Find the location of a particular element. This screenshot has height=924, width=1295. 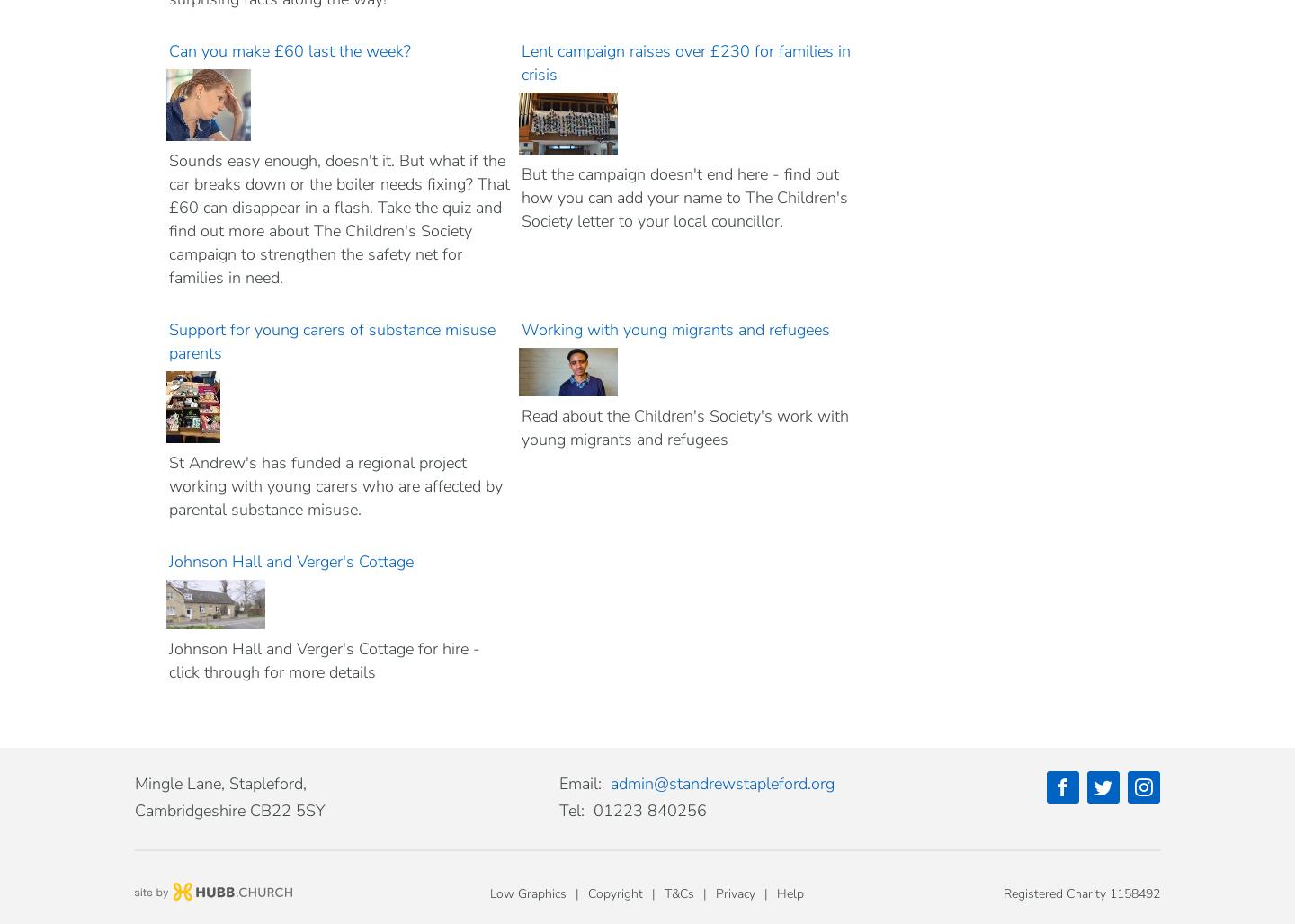

'standrewstapleford' is located at coordinates (668, 782).